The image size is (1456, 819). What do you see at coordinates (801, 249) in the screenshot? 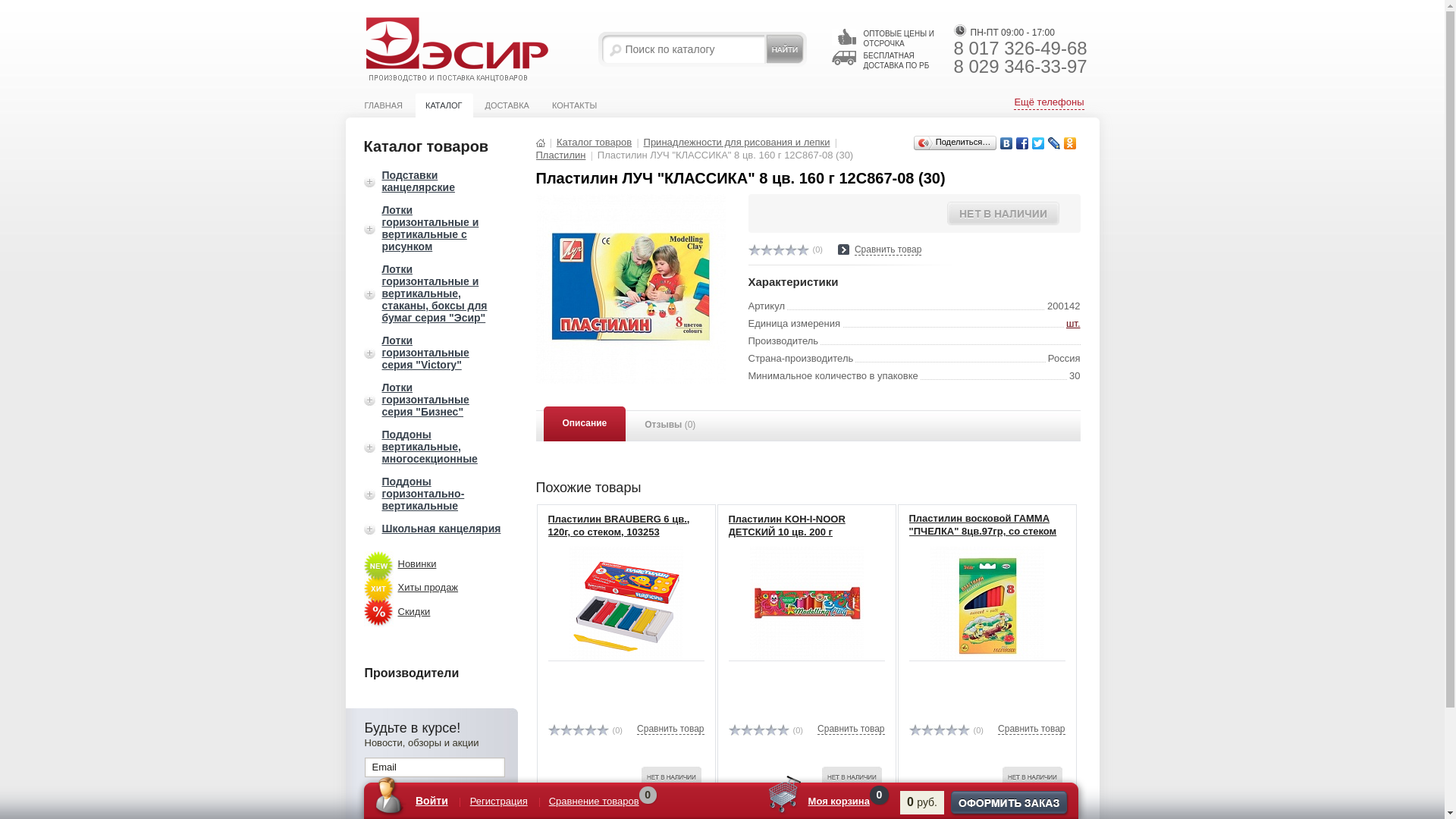
I see `'5'` at bounding box center [801, 249].